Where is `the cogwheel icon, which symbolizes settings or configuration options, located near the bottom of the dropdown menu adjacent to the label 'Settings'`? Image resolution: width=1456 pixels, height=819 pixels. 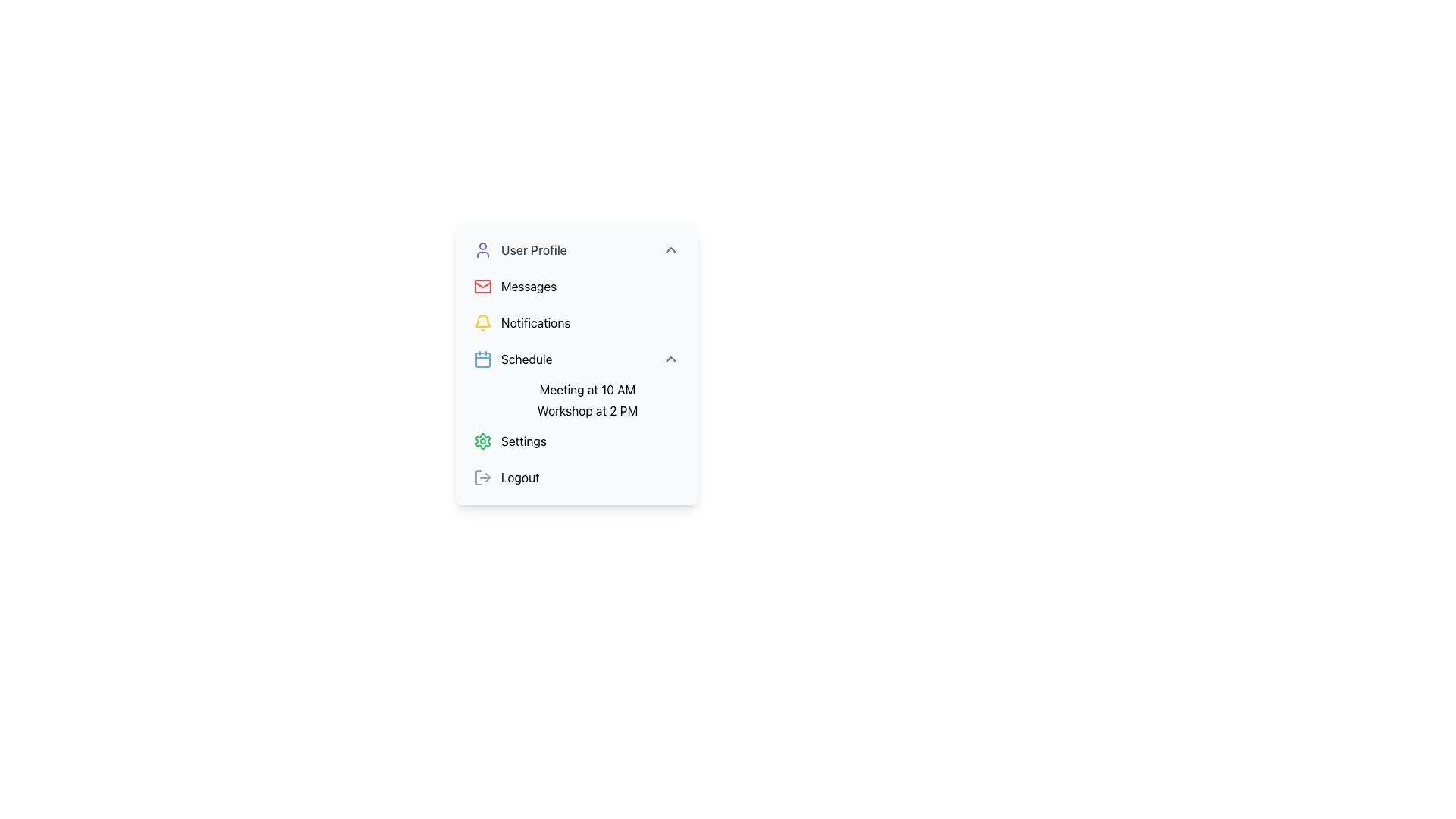 the cogwheel icon, which symbolizes settings or configuration options, located near the bottom of the dropdown menu adjacent to the label 'Settings' is located at coordinates (482, 441).